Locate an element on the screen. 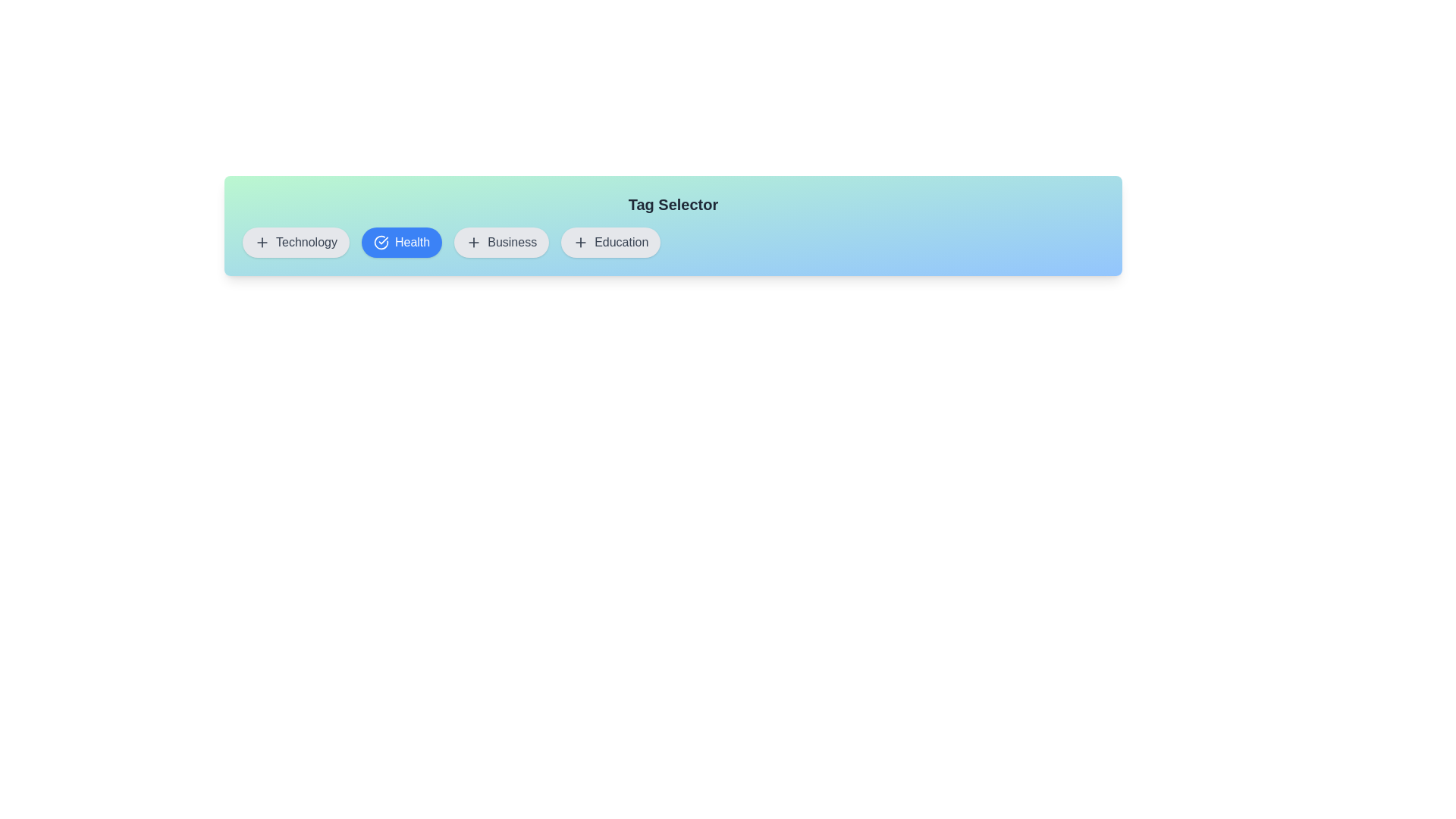 The width and height of the screenshot is (1456, 819). the tag Technology by clicking on it is located at coordinates (295, 242).